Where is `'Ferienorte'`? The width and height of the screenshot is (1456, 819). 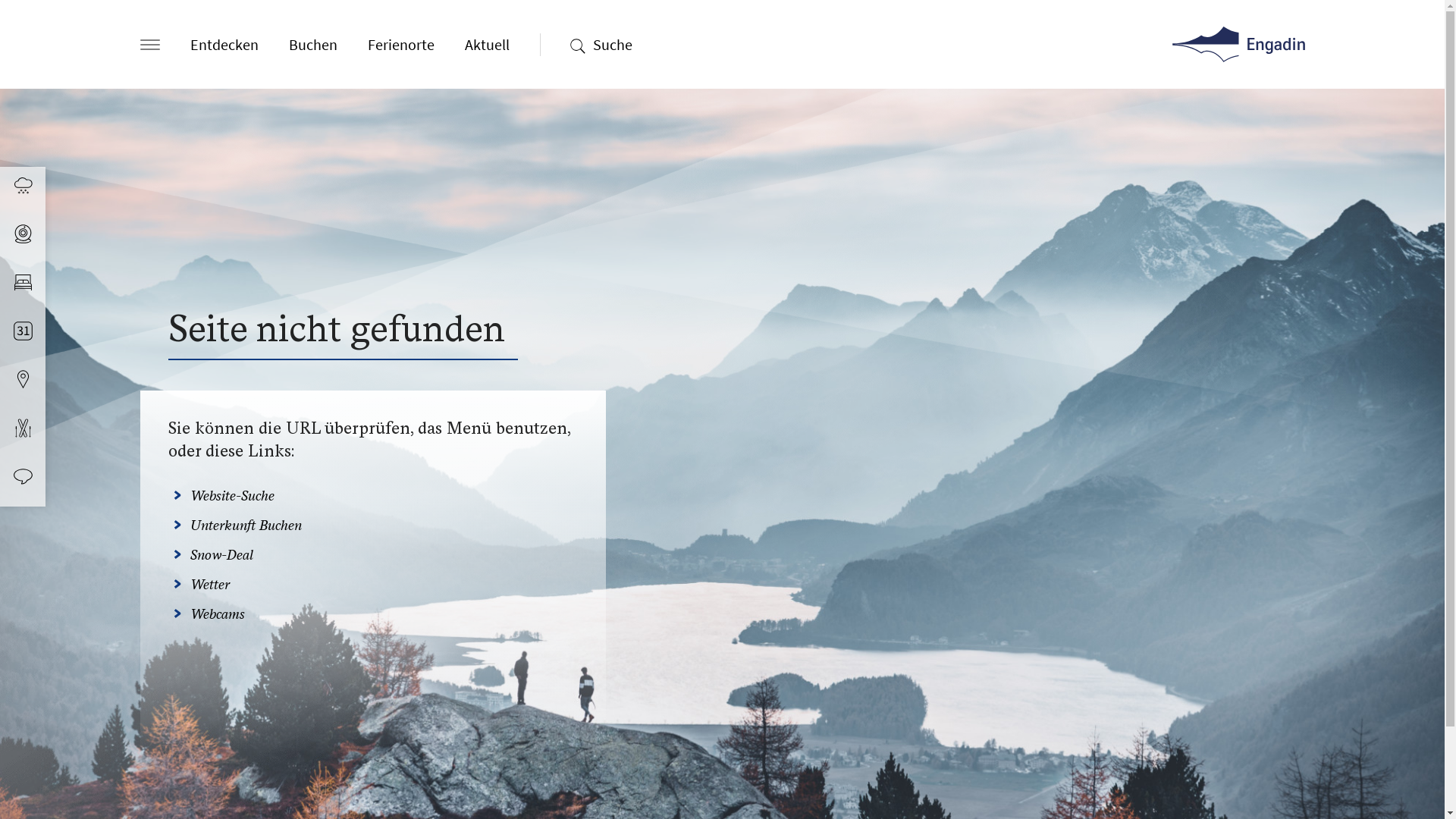 'Ferienorte' is located at coordinates (400, 43).